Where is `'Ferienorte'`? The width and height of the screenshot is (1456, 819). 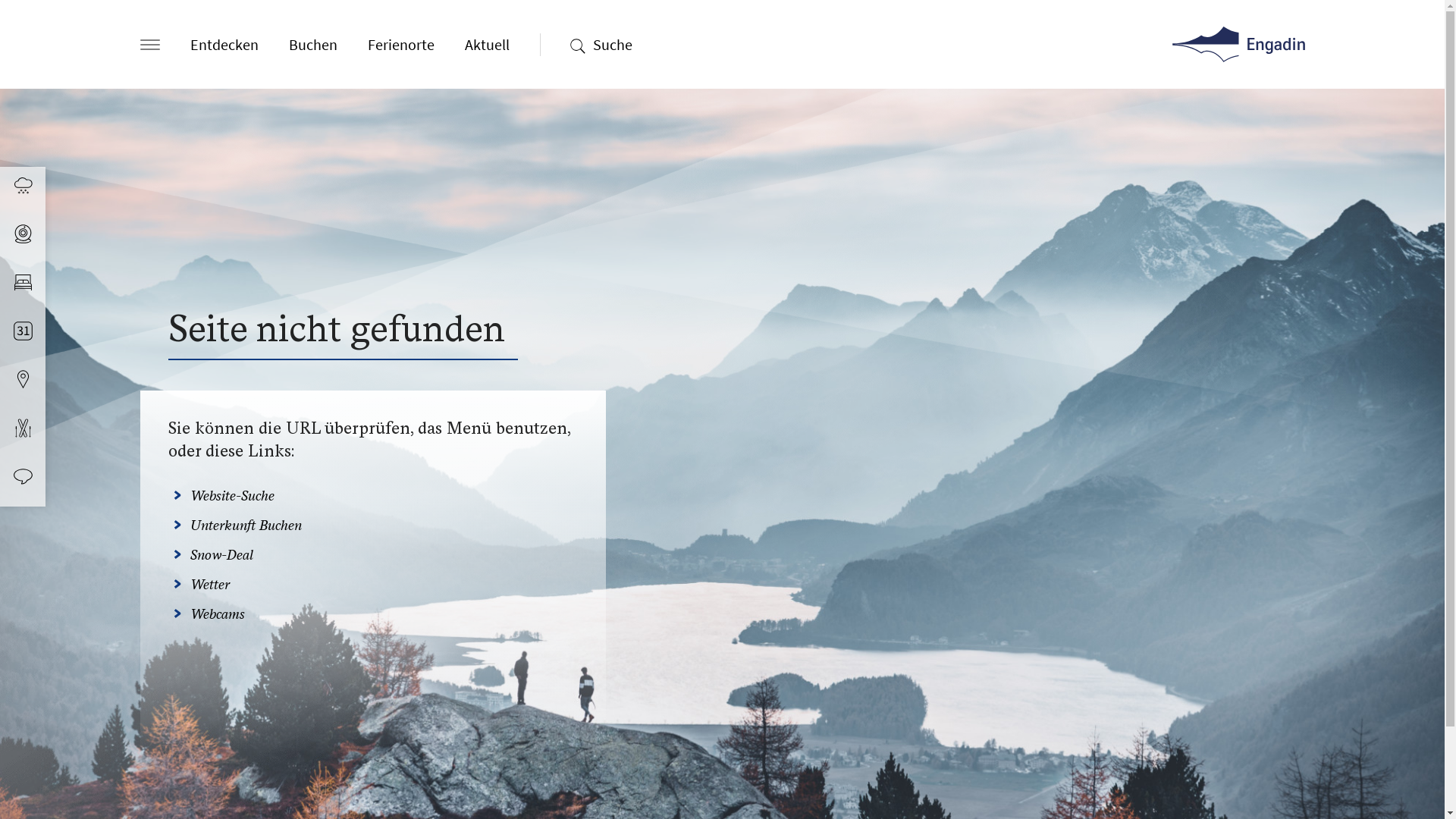 'Ferienorte' is located at coordinates (400, 43).